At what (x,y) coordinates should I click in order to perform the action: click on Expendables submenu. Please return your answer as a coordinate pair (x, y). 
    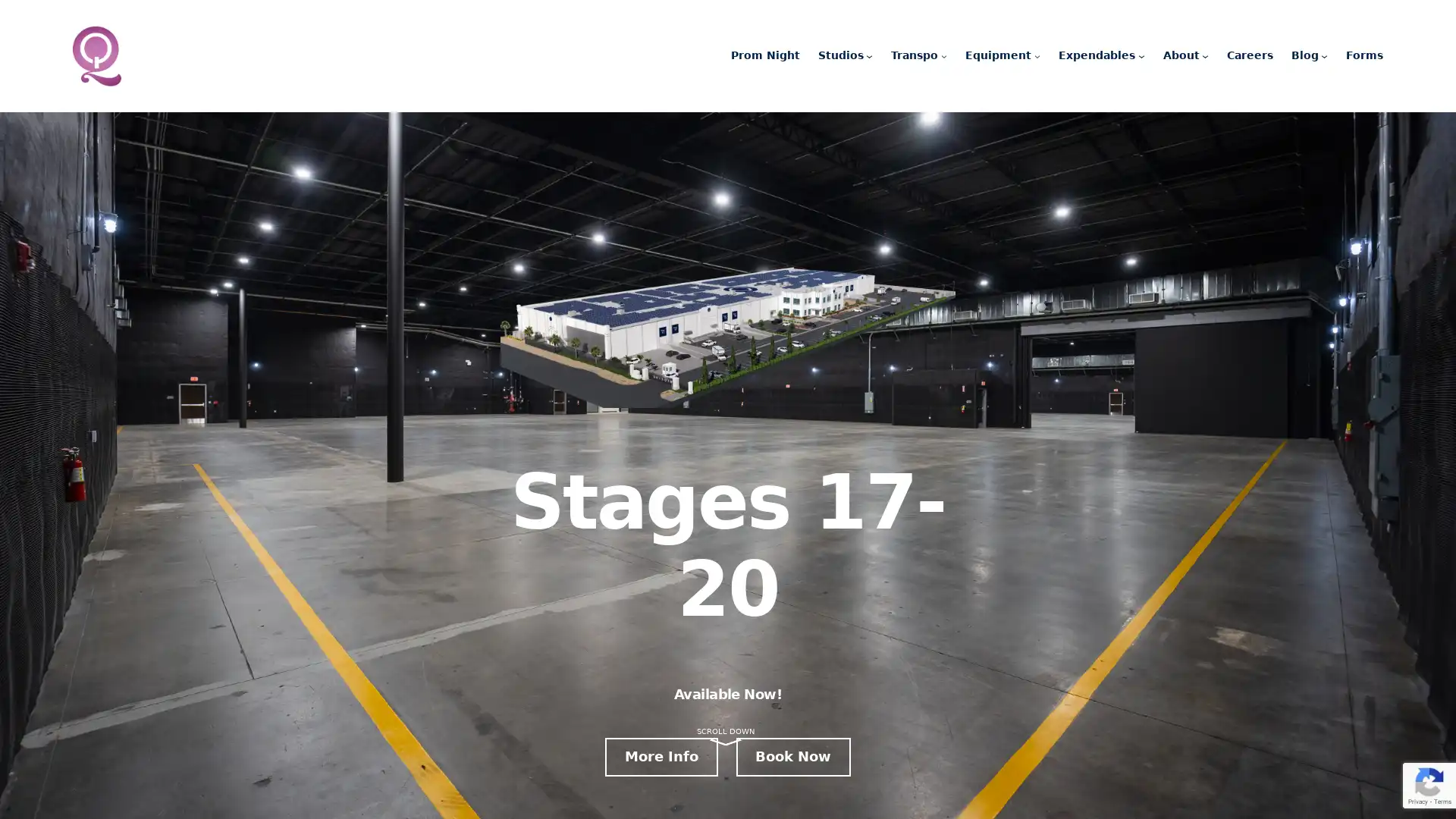
    Looking at the image, I should click on (1141, 55).